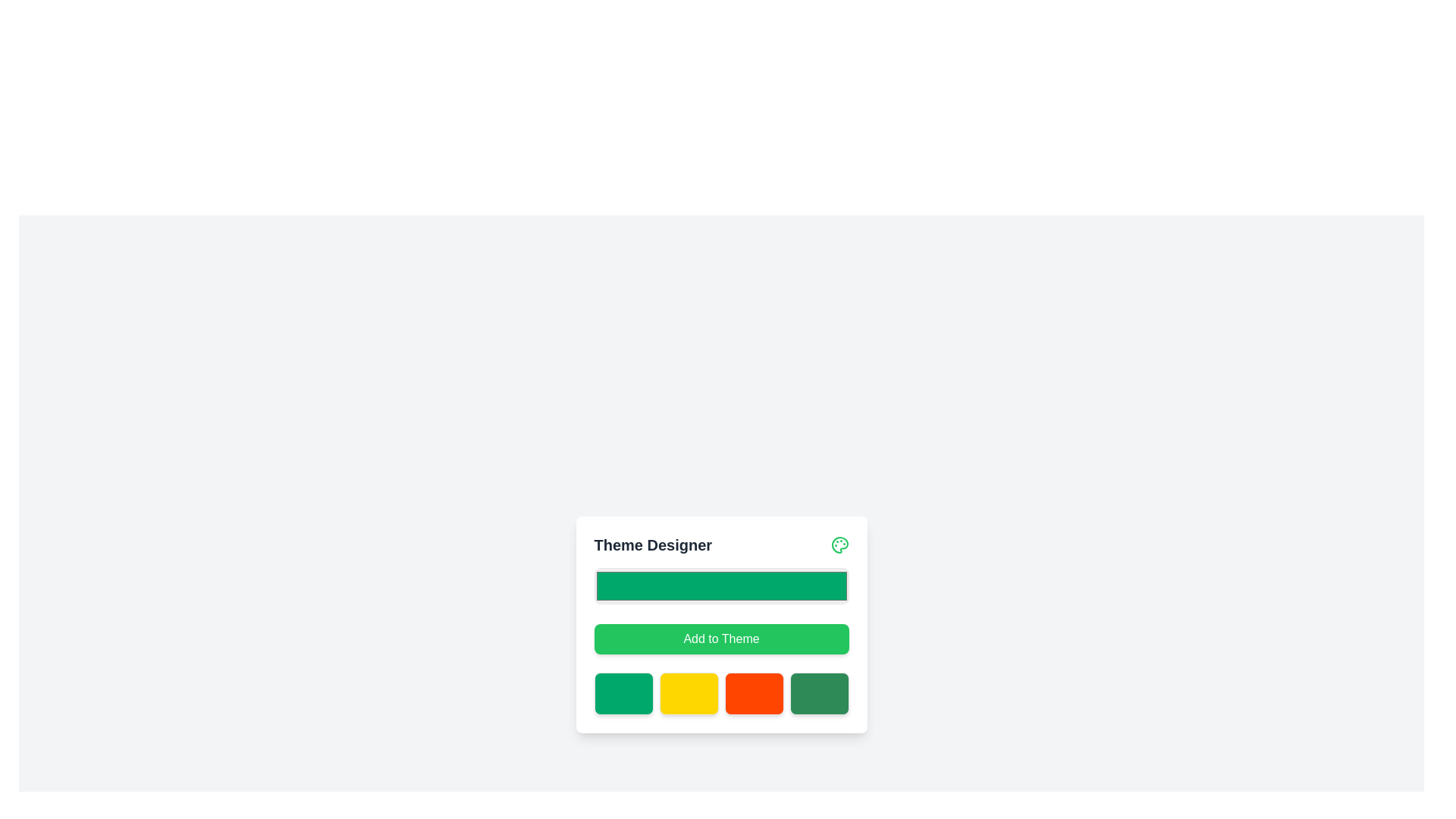 This screenshot has height=819, width=1456. Describe the element at coordinates (623, 693) in the screenshot. I see `the leftmost color selection button in the 'Theme Designer' interface` at that location.